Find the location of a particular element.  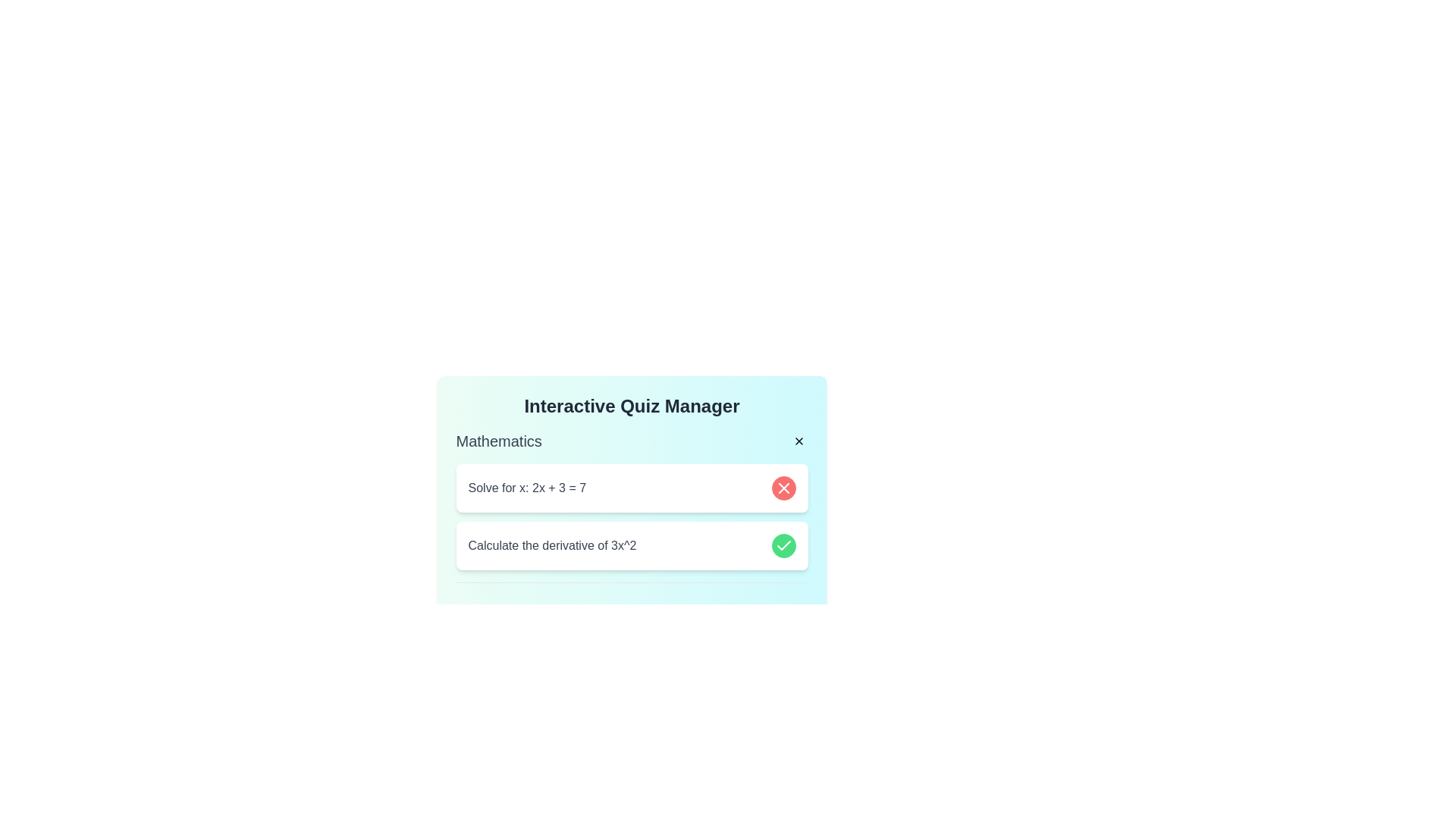

the interactive task unit containing the prompt 'Calculate the derivative of 3x^2' and its confirmation button is located at coordinates (632, 546).